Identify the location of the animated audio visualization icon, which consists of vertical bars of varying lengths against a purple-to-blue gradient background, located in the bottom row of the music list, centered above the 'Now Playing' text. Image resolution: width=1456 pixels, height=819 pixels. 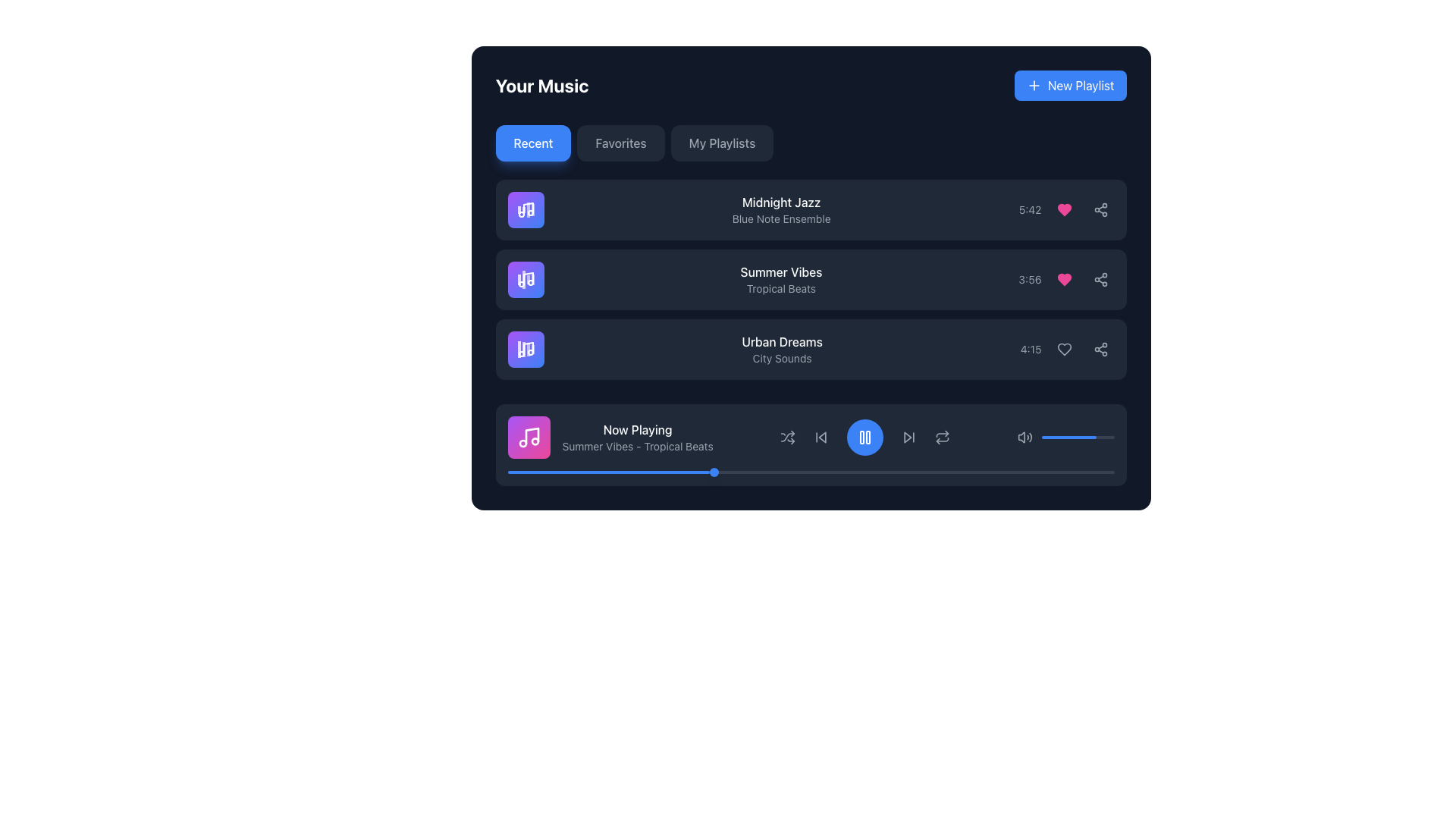
(526, 350).